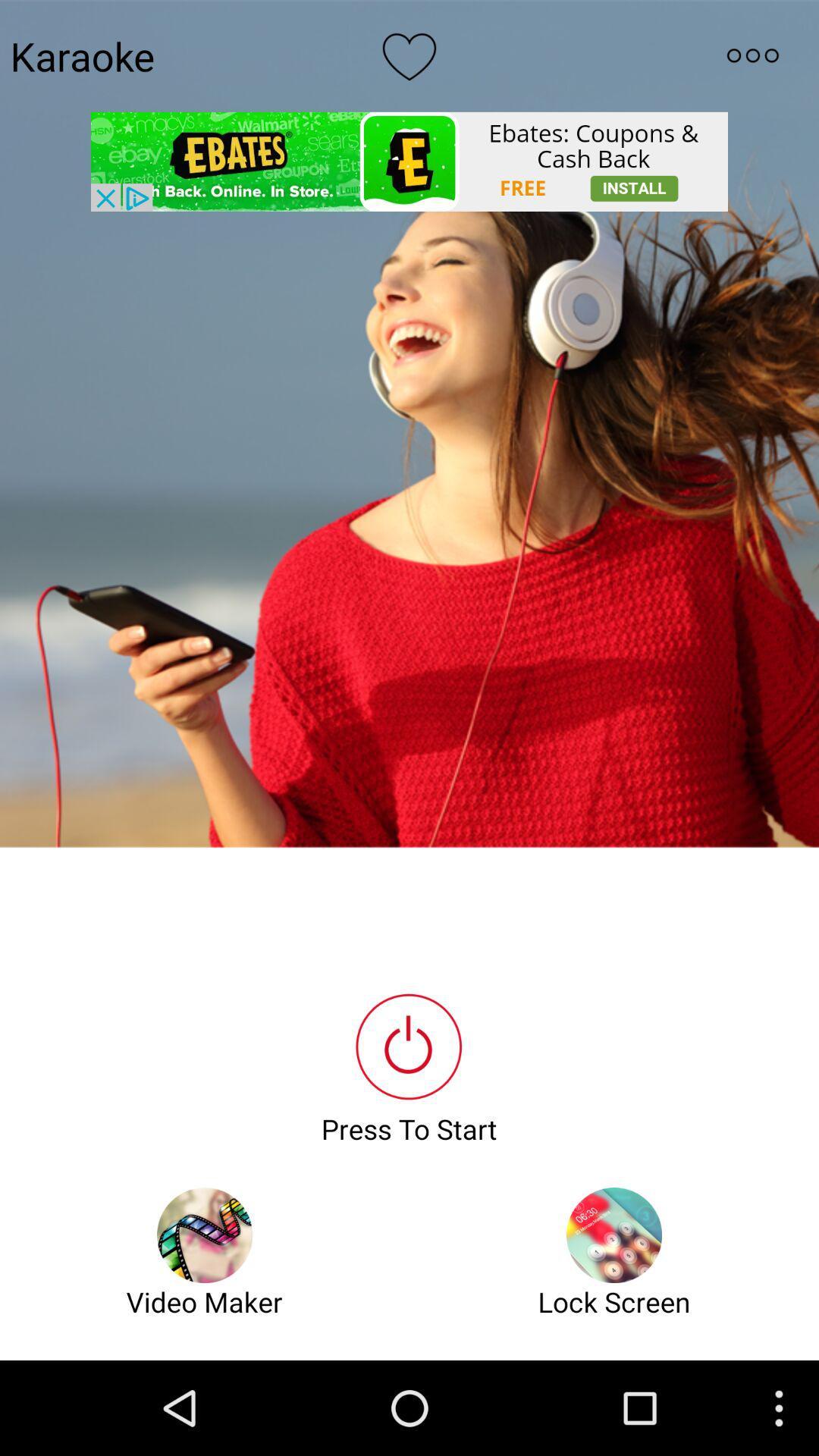 This screenshot has height=1456, width=819. Describe the element at coordinates (752, 55) in the screenshot. I see `switch` at that location.